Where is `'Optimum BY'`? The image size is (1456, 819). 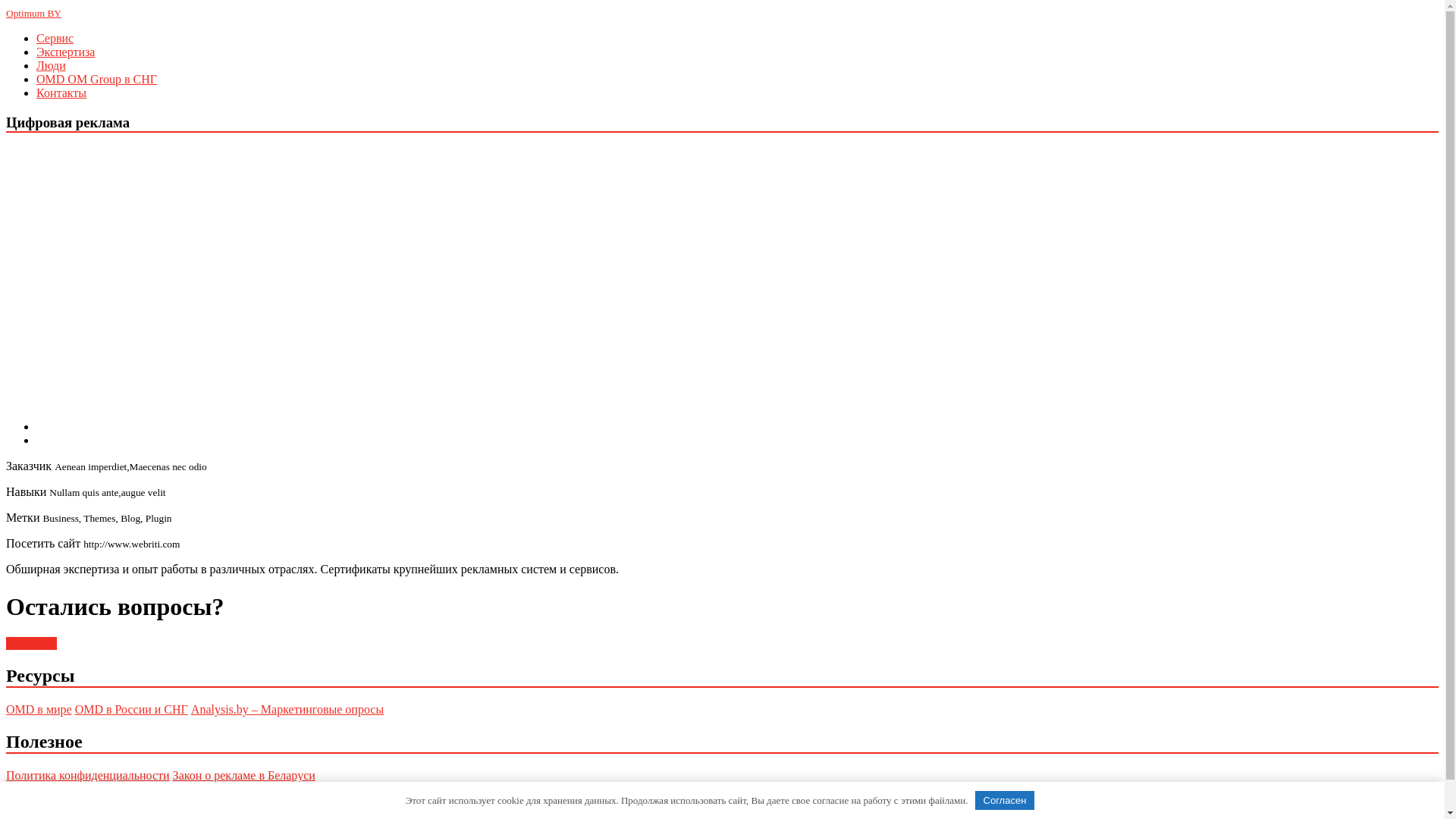
'Optimum BY' is located at coordinates (33, 12).